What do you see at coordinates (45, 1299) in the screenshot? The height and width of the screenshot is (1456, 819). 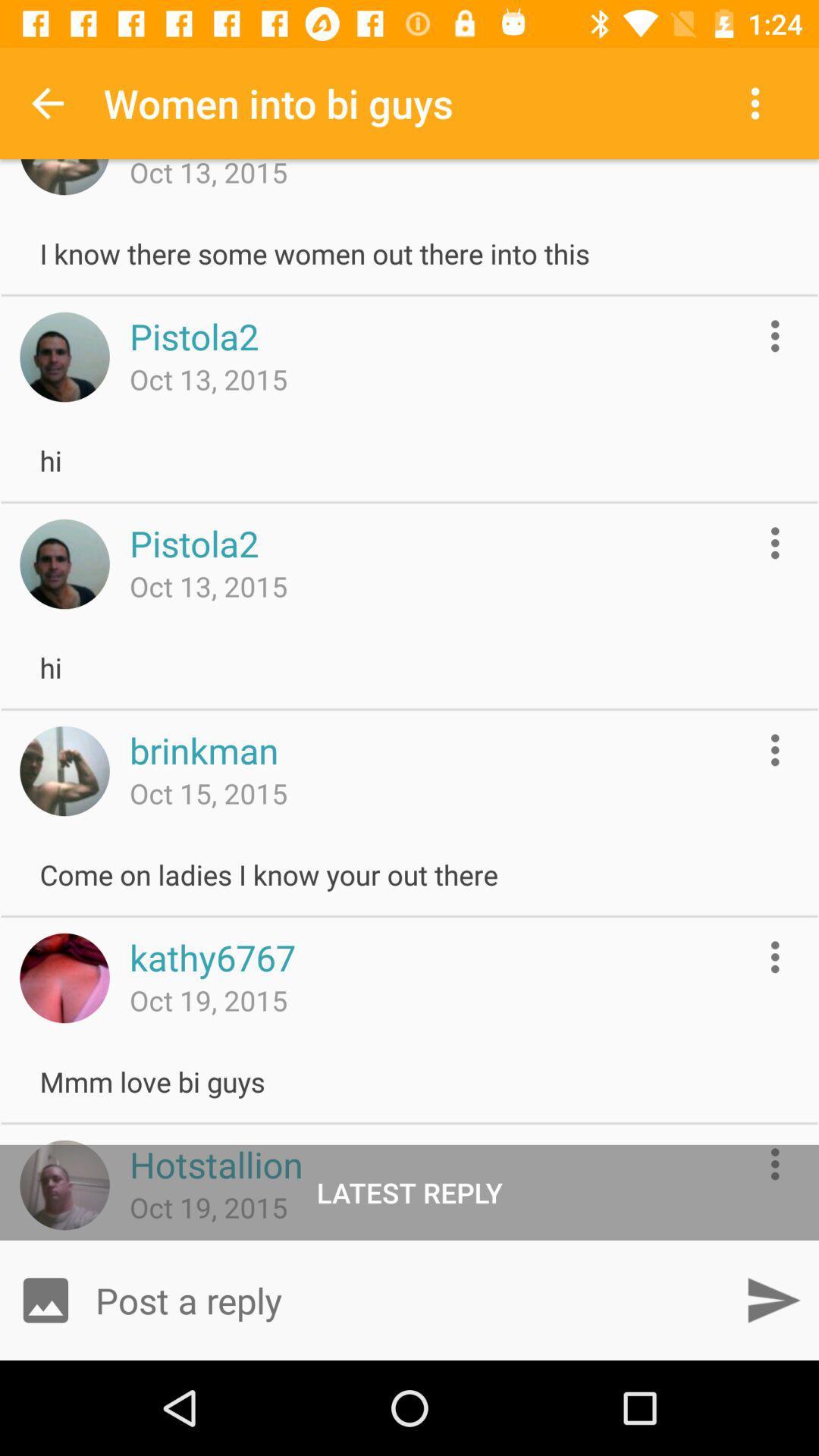 I see `the wallpaper icon` at bounding box center [45, 1299].